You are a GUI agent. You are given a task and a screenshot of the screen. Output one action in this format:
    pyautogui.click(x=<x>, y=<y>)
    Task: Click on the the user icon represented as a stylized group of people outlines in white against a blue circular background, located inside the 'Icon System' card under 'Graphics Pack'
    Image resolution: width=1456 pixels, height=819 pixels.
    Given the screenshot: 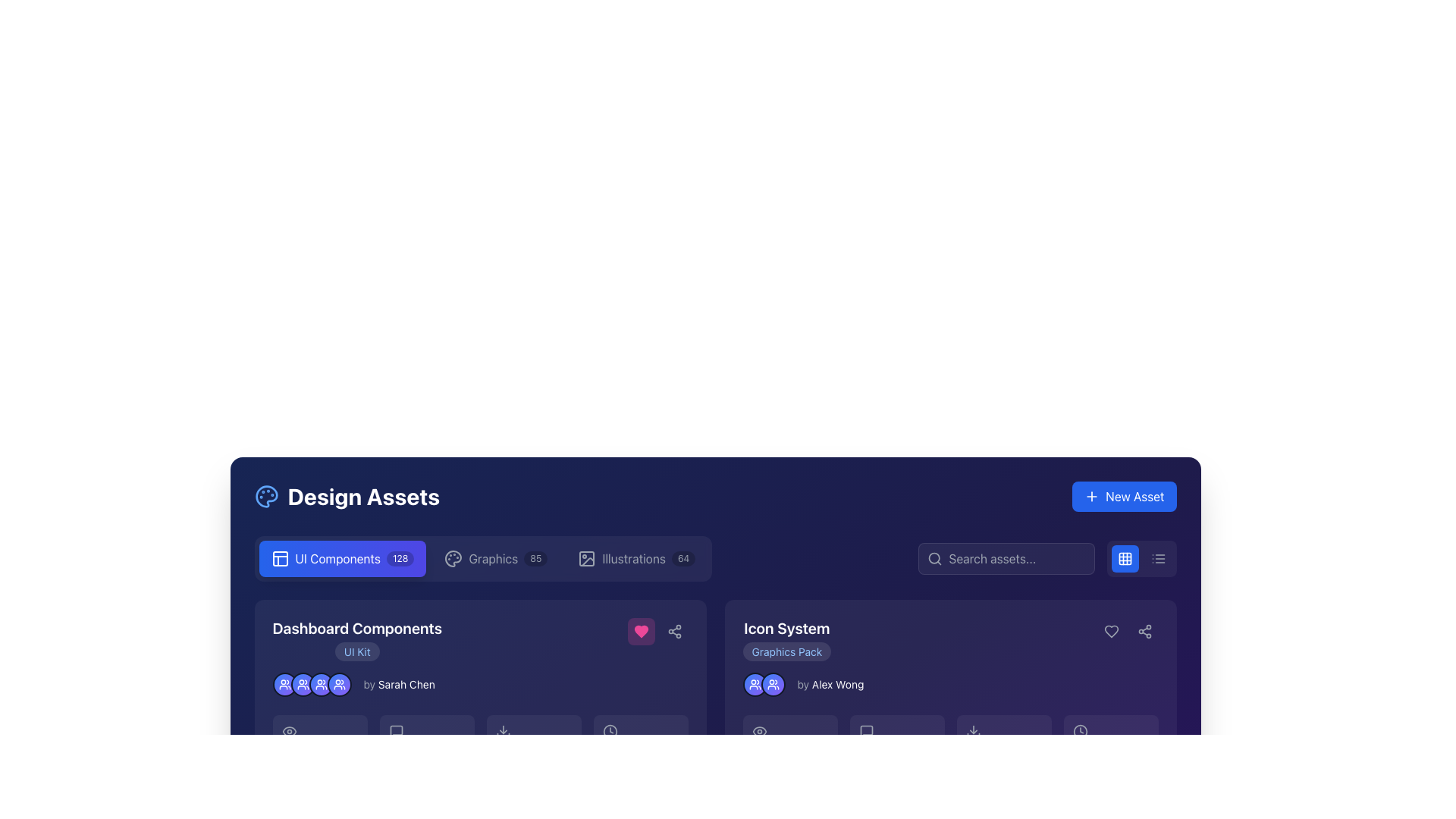 What is the action you would take?
    pyautogui.click(x=773, y=684)
    